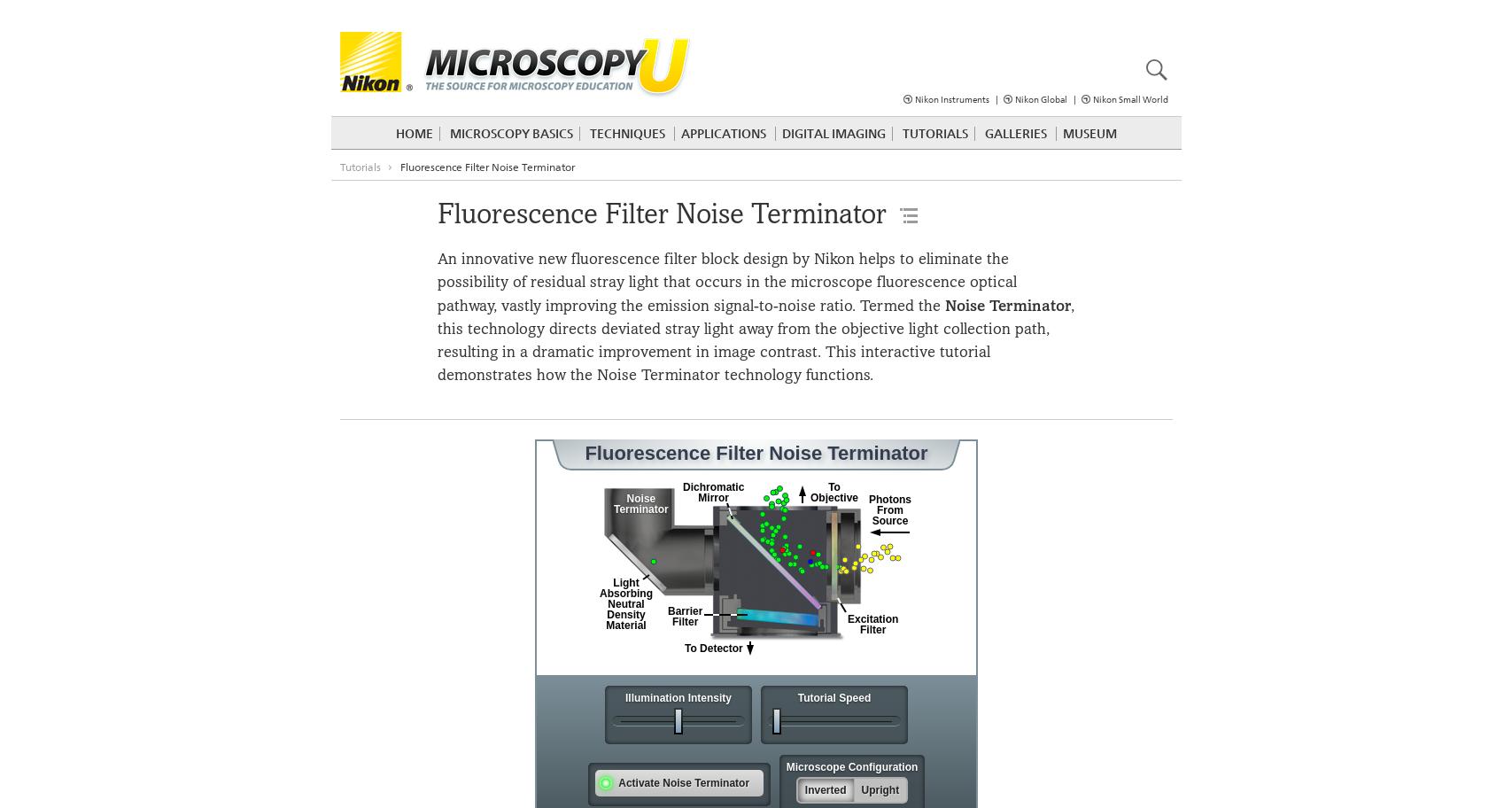  What do you see at coordinates (722, 132) in the screenshot?
I see `'Applications'` at bounding box center [722, 132].